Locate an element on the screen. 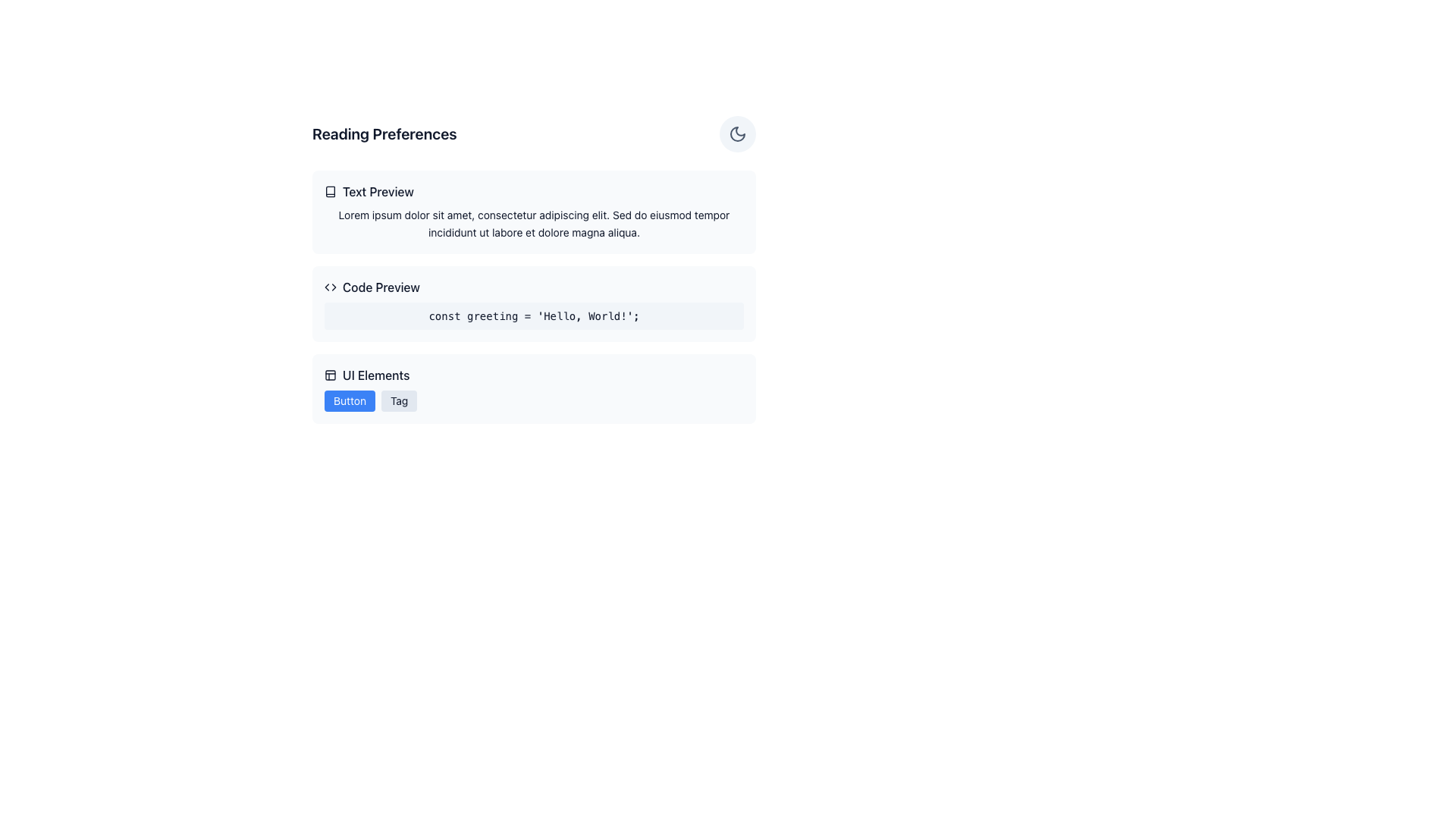 The image size is (1456, 819). the icon resembling a panel layout with a stroke-based outline, positioned to the left of the text 'UI Elements' is located at coordinates (330, 374).